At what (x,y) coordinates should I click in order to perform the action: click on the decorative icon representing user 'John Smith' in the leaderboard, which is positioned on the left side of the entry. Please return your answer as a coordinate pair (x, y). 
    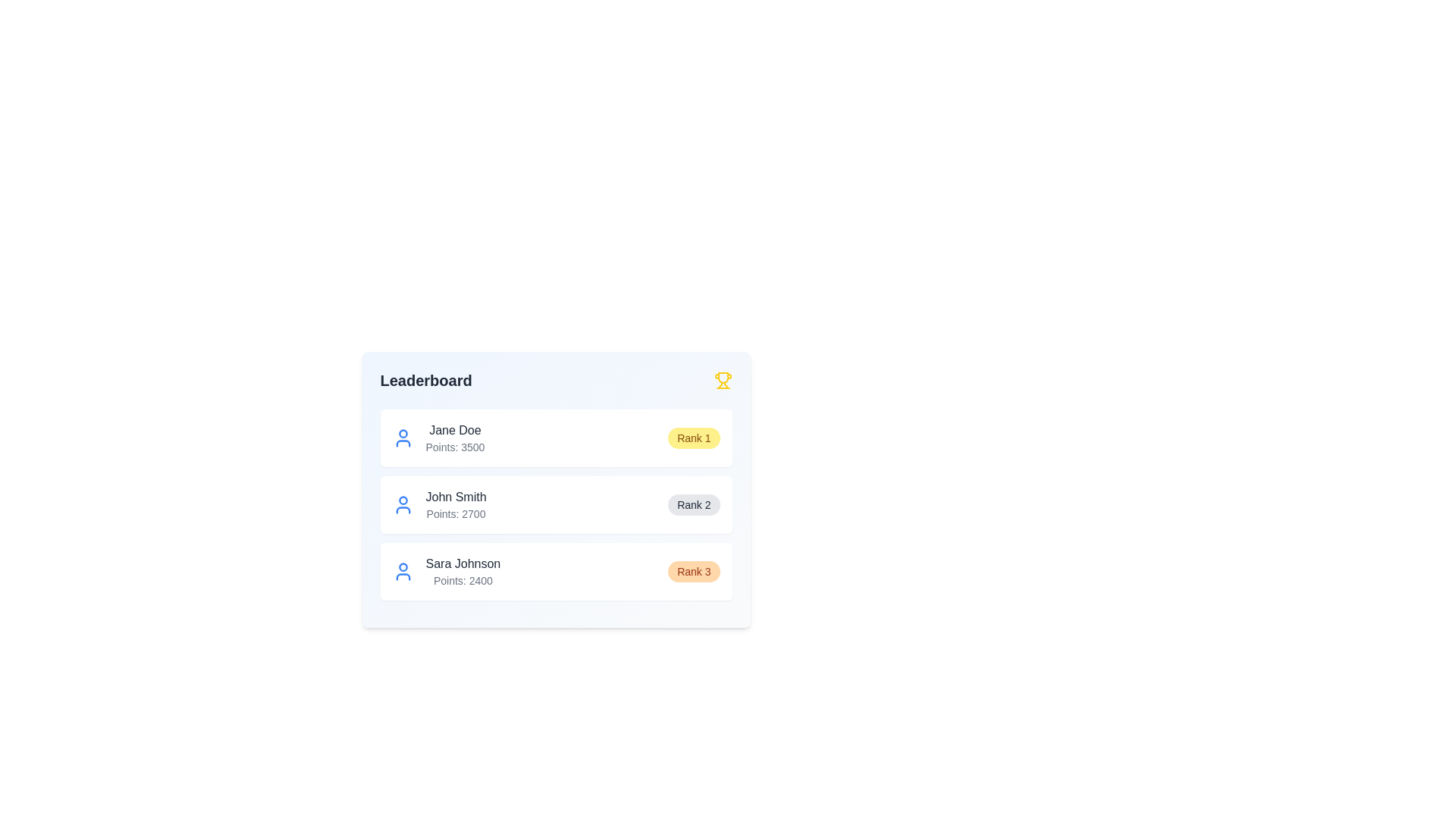
    Looking at the image, I should click on (403, 505).